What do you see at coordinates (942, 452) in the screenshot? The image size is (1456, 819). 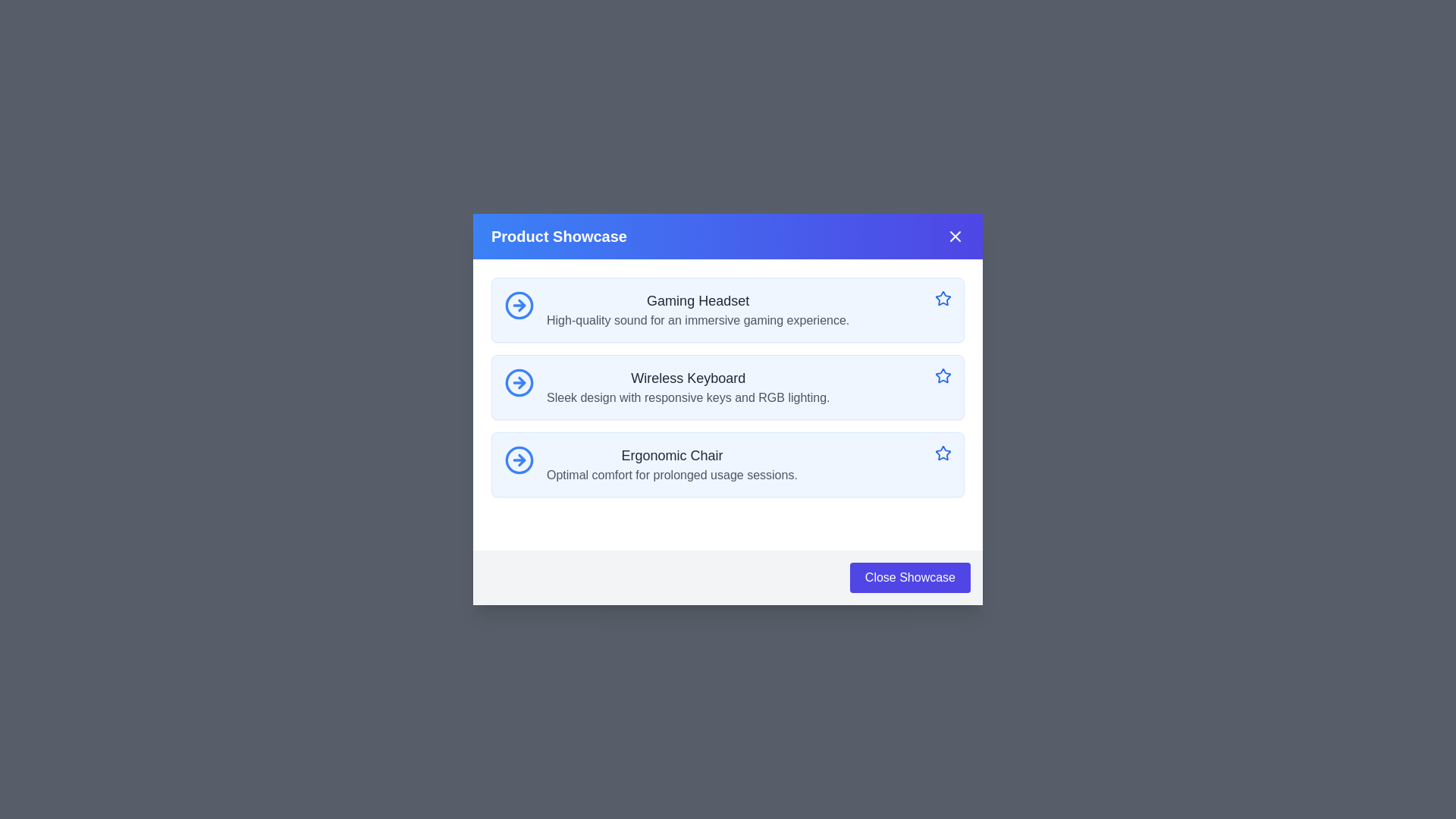 I see `the star button located on the far right of the 'Ergonomic Chair' information tile` at bounding box center [942, 452].